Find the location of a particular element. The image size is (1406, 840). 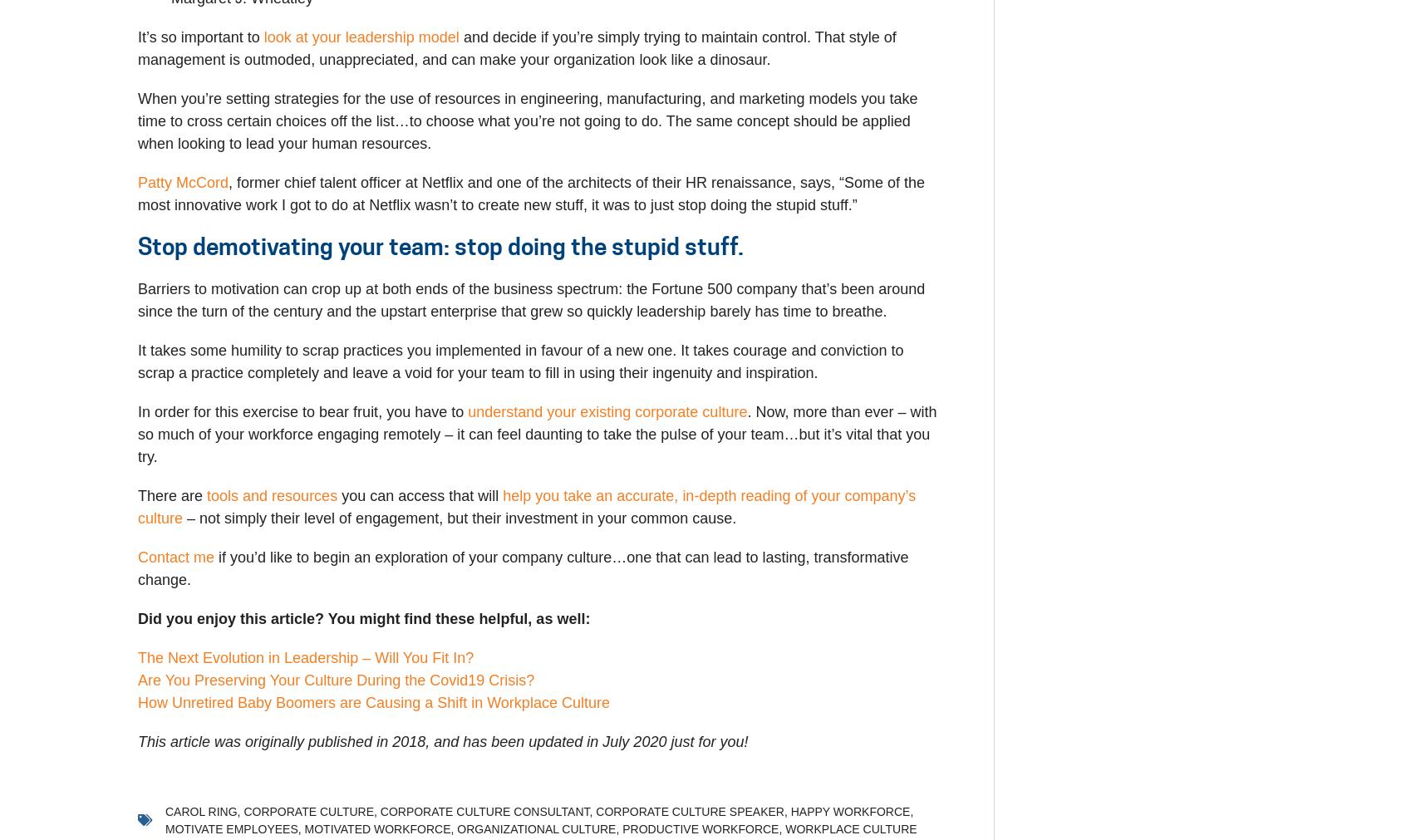

'This article was originally published in 2018, and has been updated in July 2020 just for you!' is located at coordinates (442, 741).